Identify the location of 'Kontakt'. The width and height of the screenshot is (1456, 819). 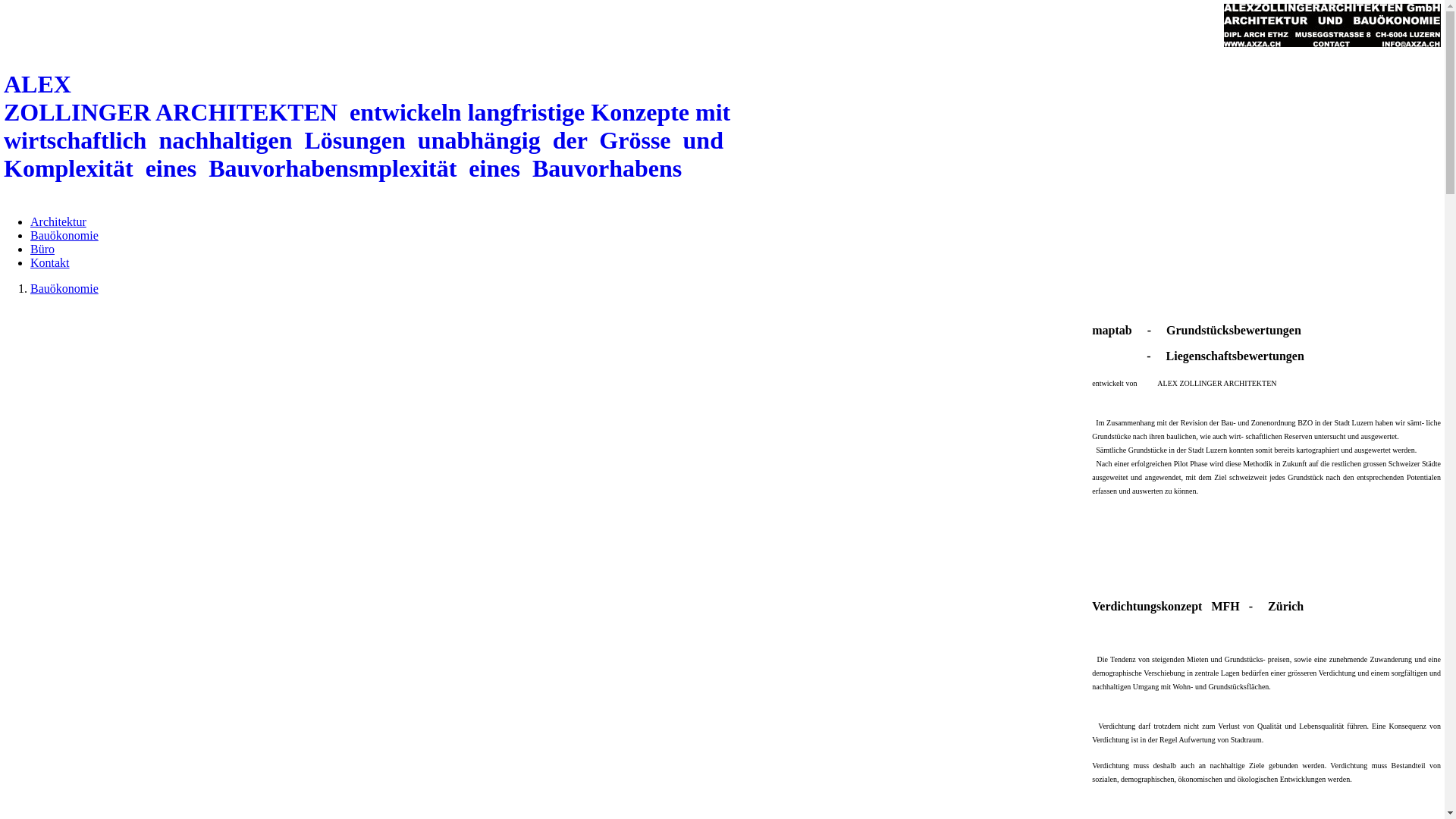
(50, 262).